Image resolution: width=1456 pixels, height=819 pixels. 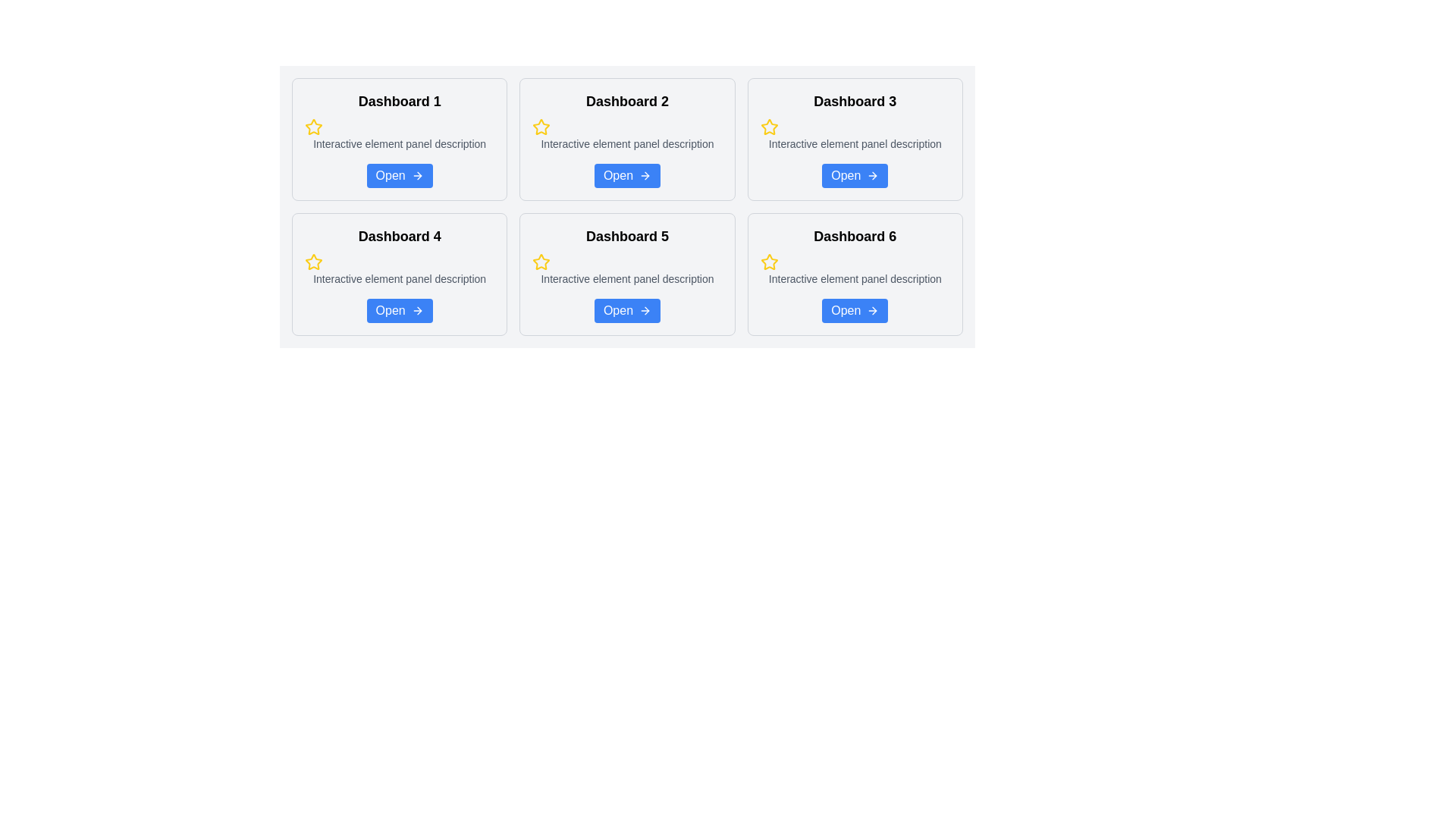 What do you see at coordinates (873, 309) in the screenshot?
I see `the arrow icon located at the bottom-right section of the 'Dashboard 6' card` at bounding box center [873, 309].